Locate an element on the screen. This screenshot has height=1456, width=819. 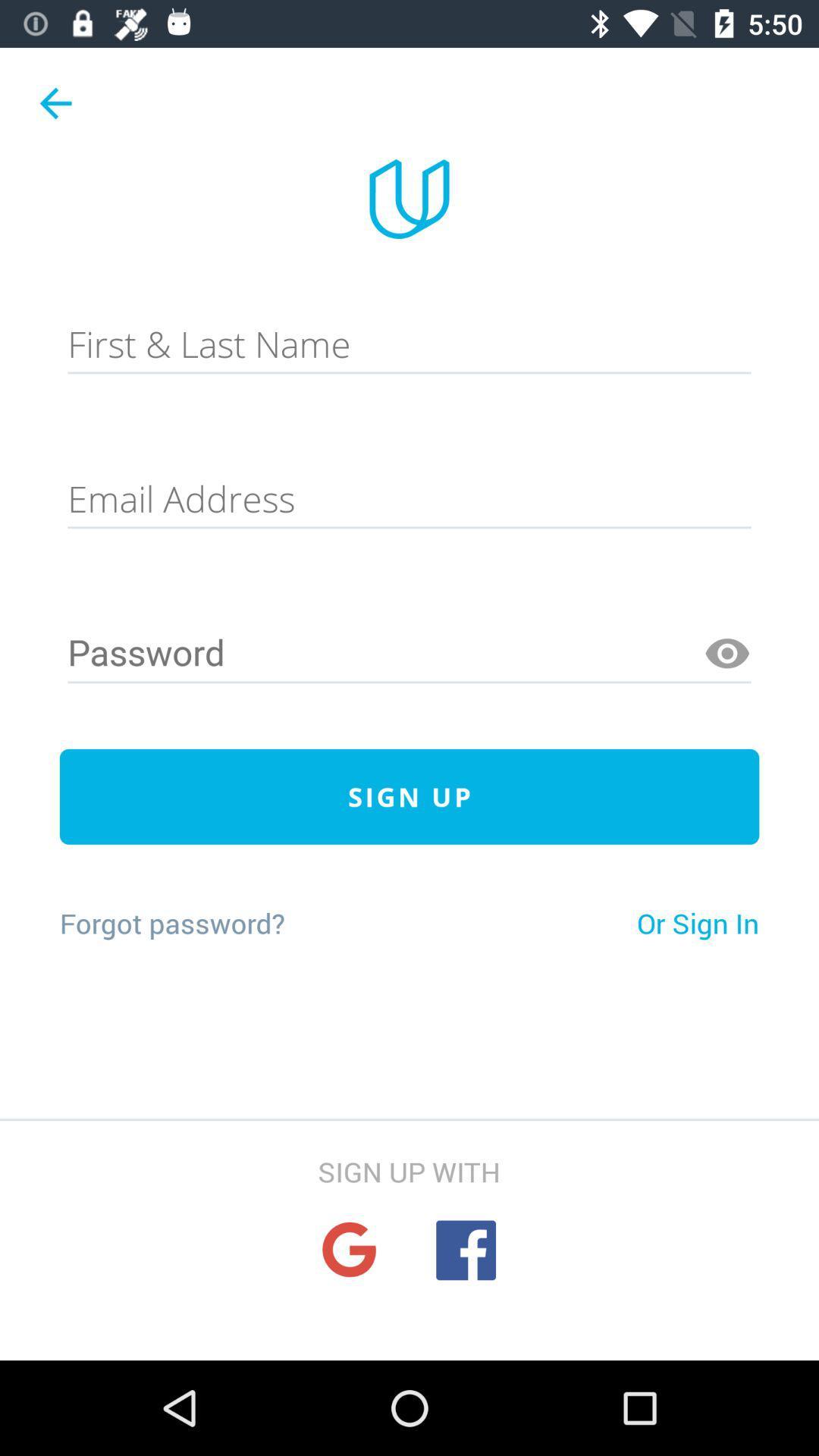
password is located at coordinates (409, 654).